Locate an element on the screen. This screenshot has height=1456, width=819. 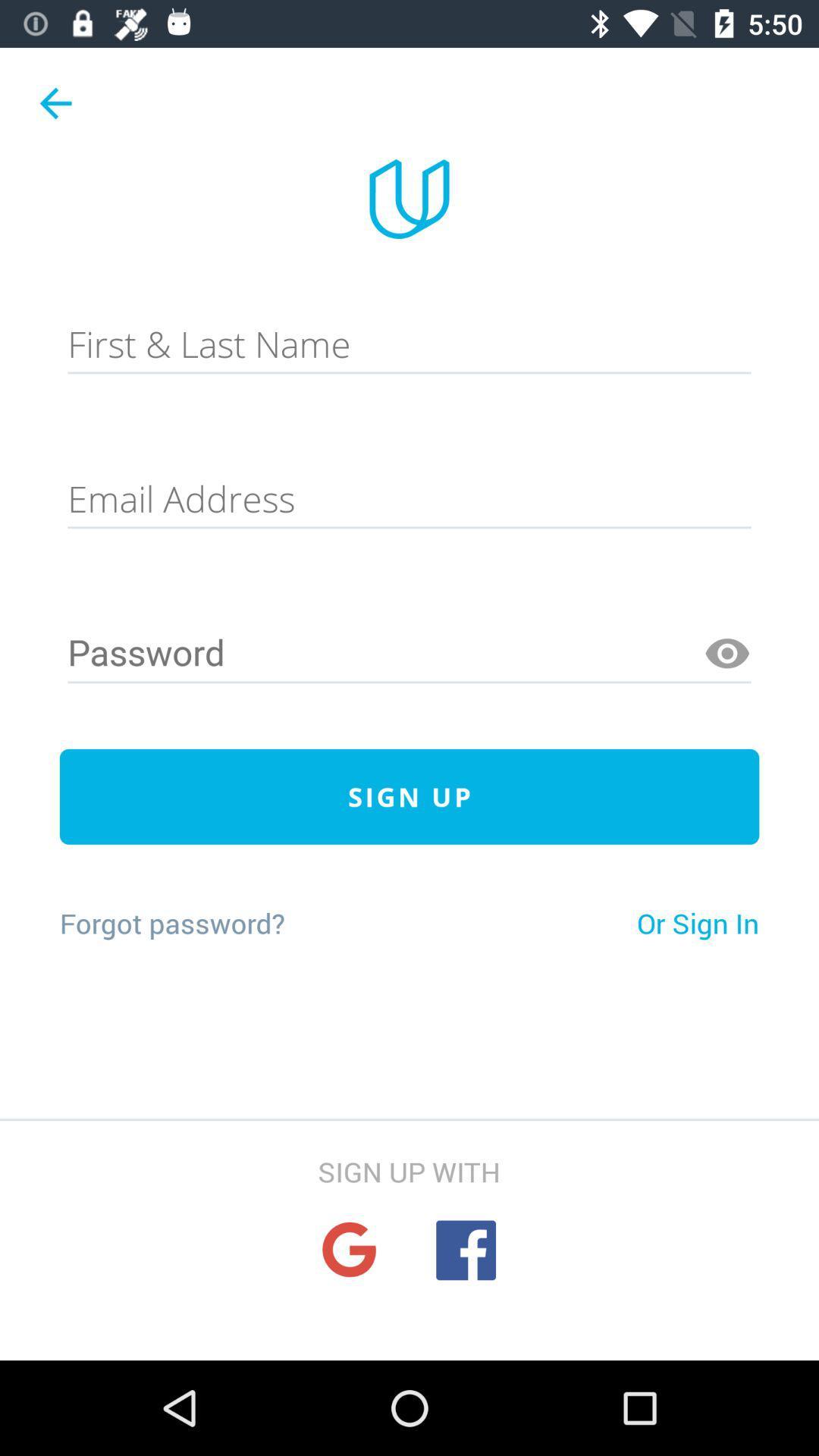
password is located at coordinates (409, 654).